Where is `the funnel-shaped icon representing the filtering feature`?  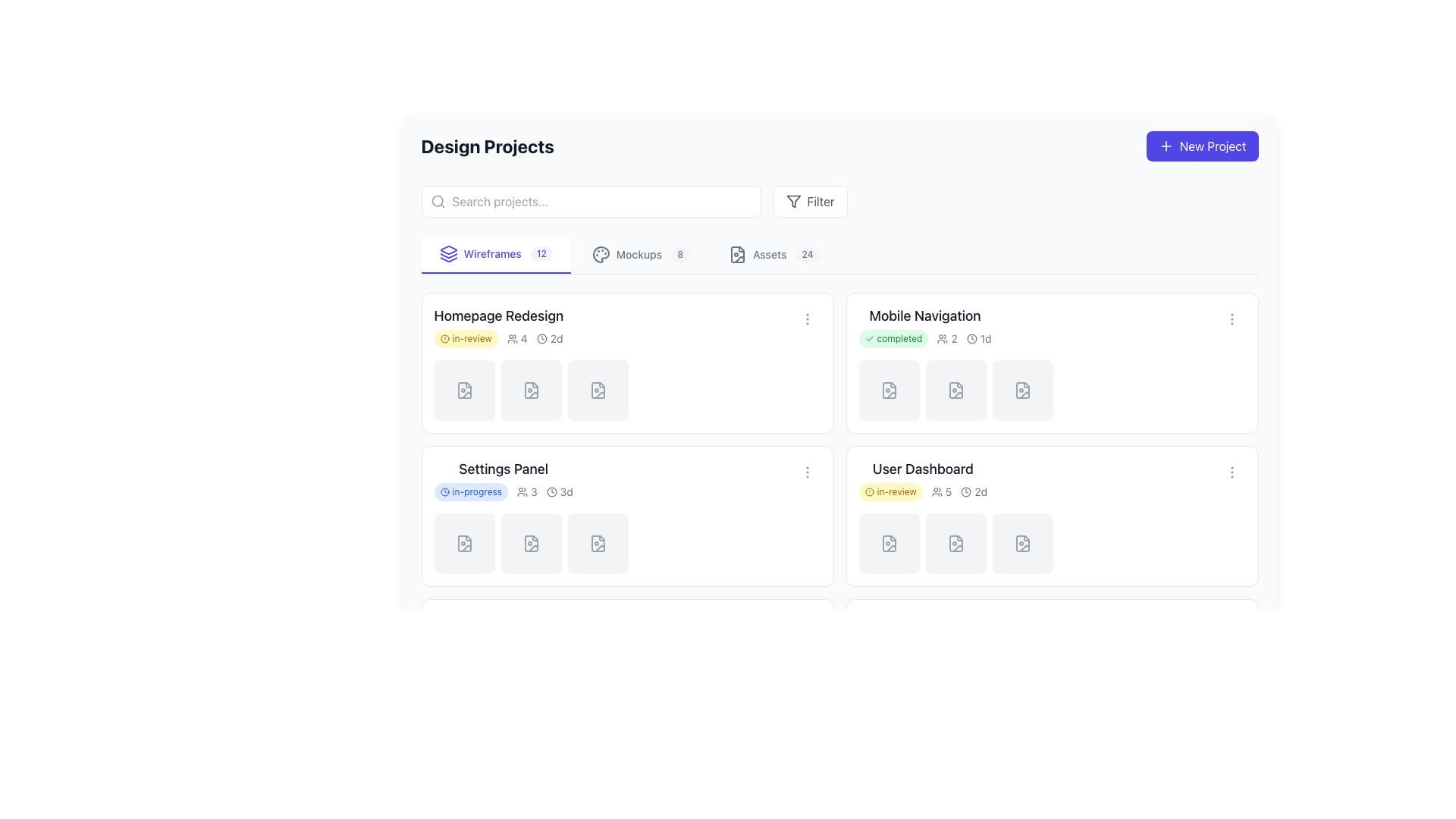
the funnel-shaped icon representing the filtering feature is located at coordinates (792, 201).